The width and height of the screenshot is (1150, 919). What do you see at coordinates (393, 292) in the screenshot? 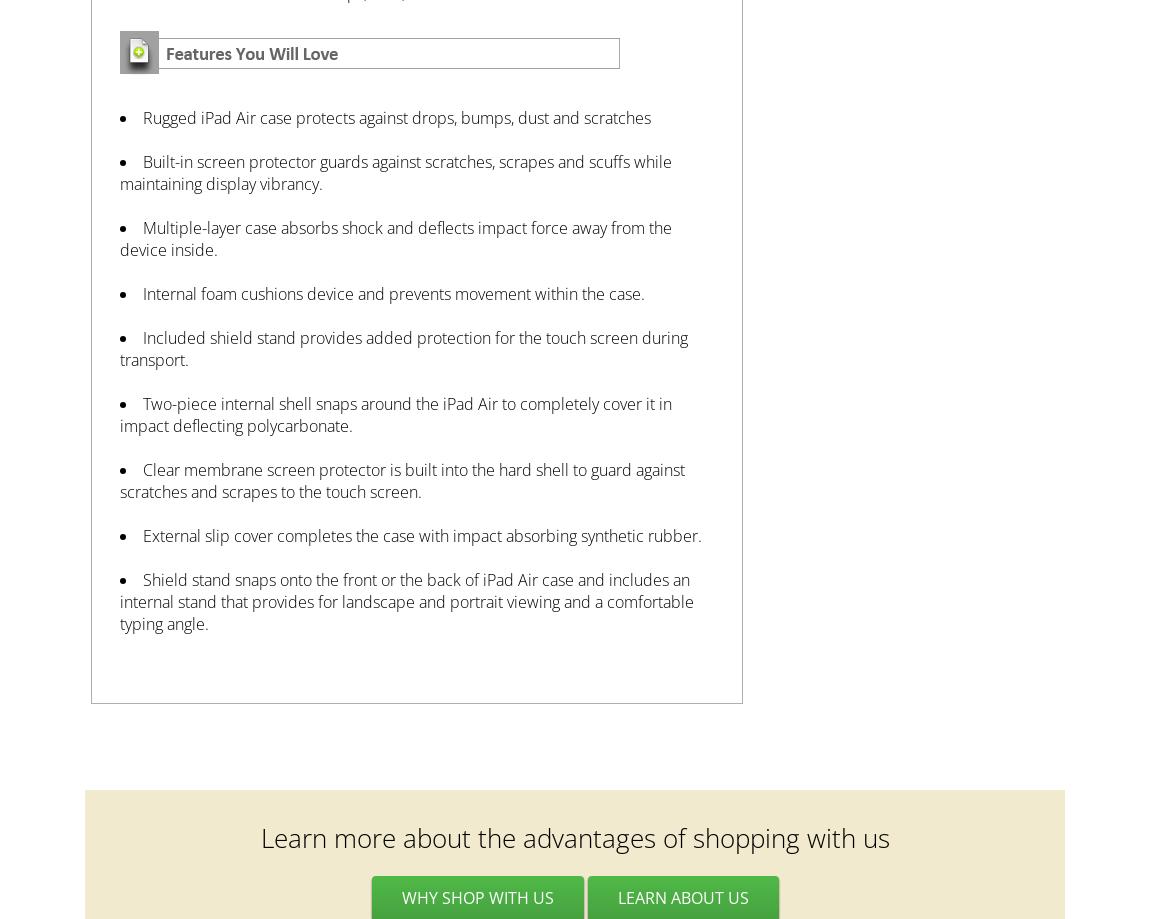
I see `'Internal foam cushions device and prevents movement within the case.'` at bounding box center [393, 292].